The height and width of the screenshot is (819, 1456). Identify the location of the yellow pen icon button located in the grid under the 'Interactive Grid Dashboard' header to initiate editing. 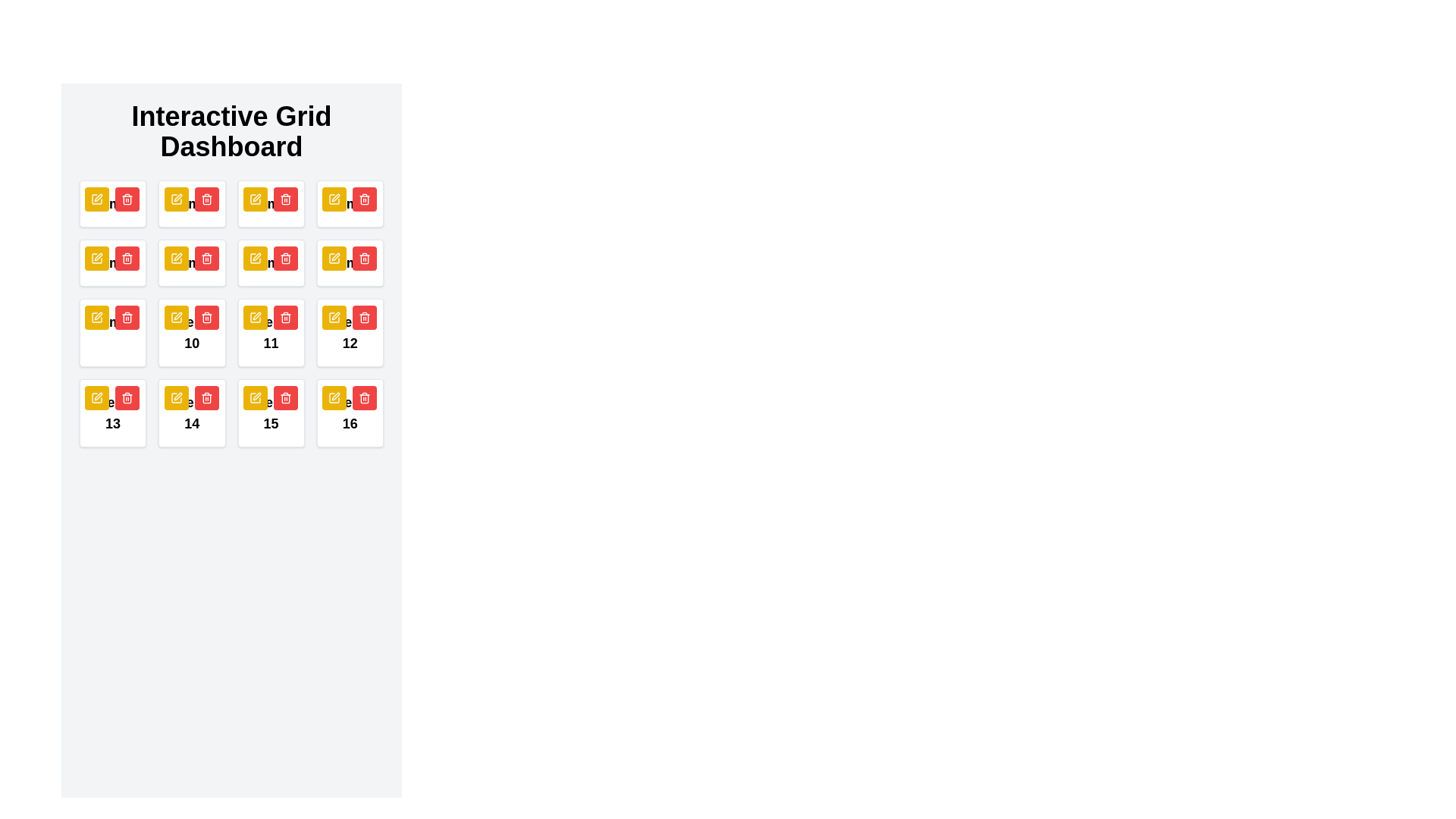
(255, 317).